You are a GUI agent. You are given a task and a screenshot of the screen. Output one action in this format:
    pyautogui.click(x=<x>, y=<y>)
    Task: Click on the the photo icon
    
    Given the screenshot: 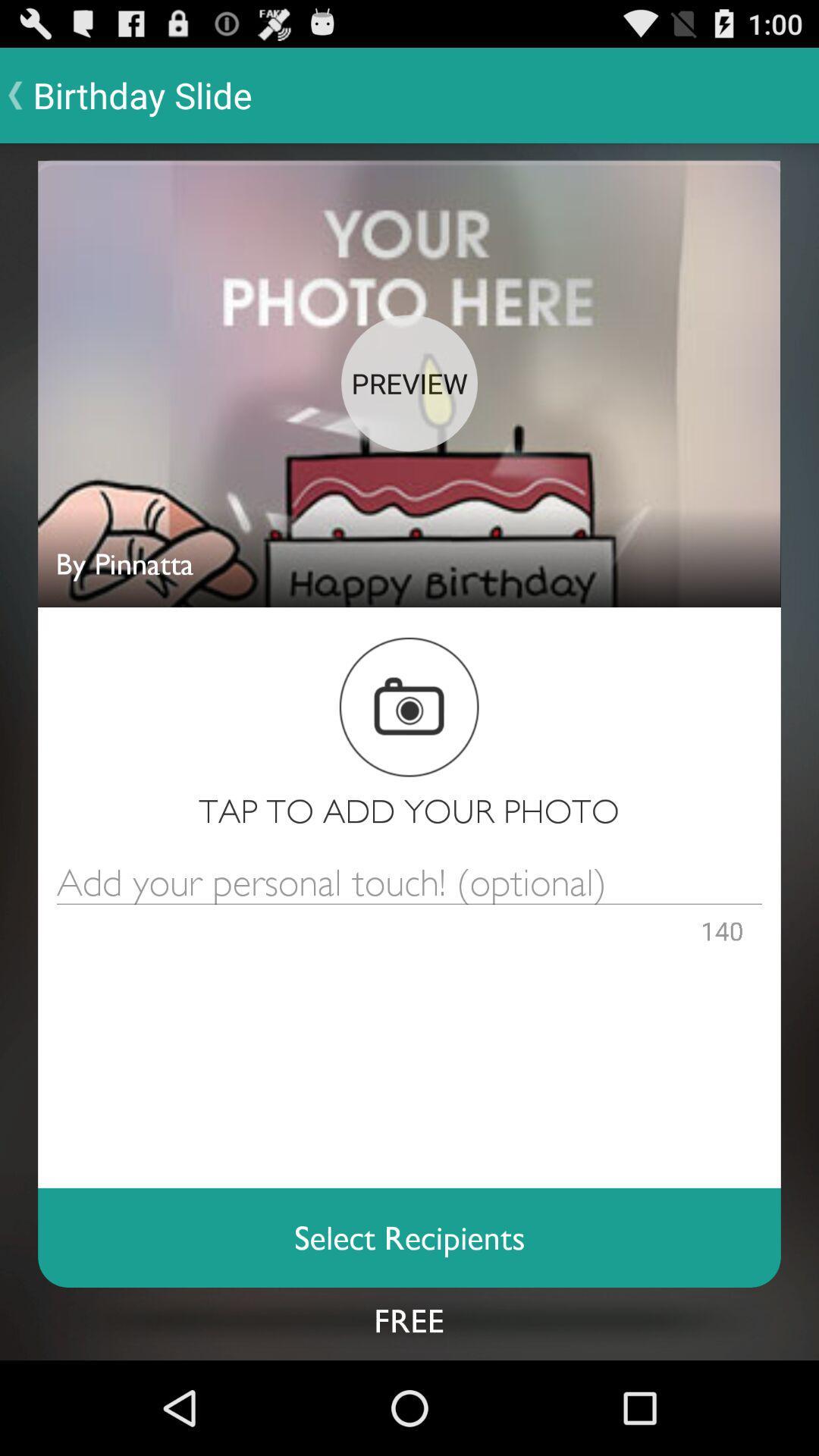 What is the action you would take?
    pyautogui.click(x=408, y=757)
    